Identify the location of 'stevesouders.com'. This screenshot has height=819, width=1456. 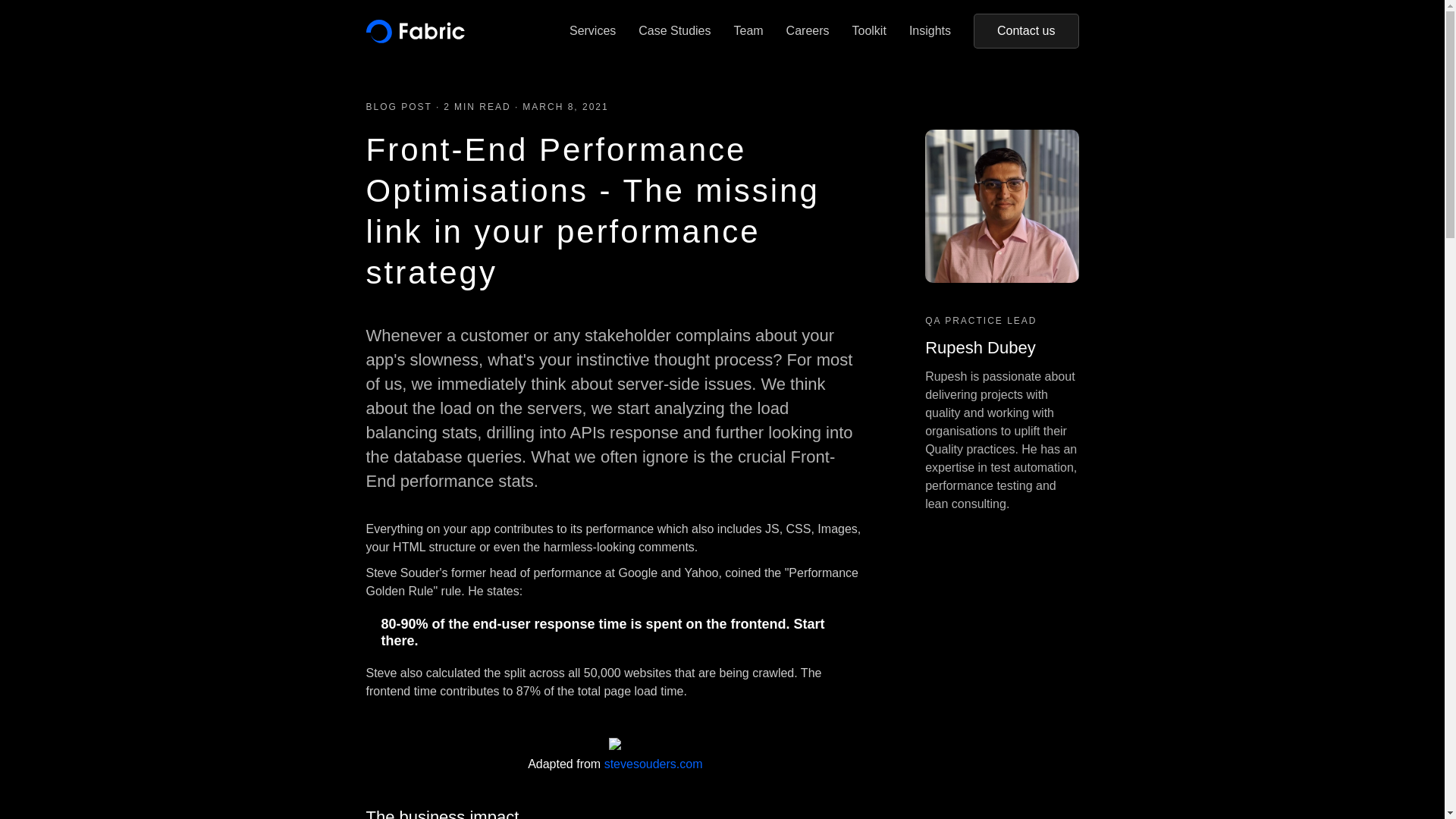
(654, 764).